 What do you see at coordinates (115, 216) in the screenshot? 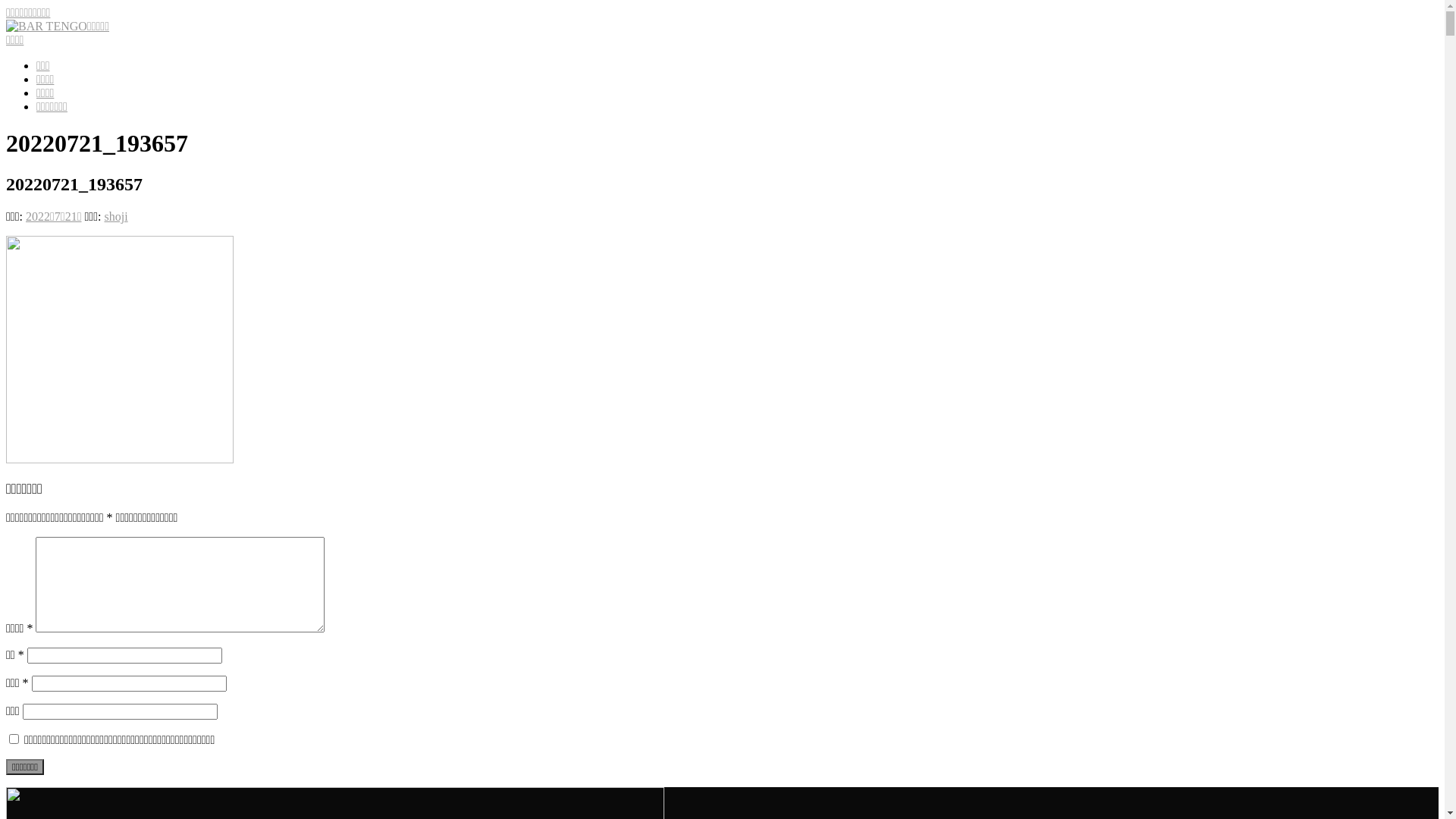
I see `'shoji'` at bounding box center [115, 216].